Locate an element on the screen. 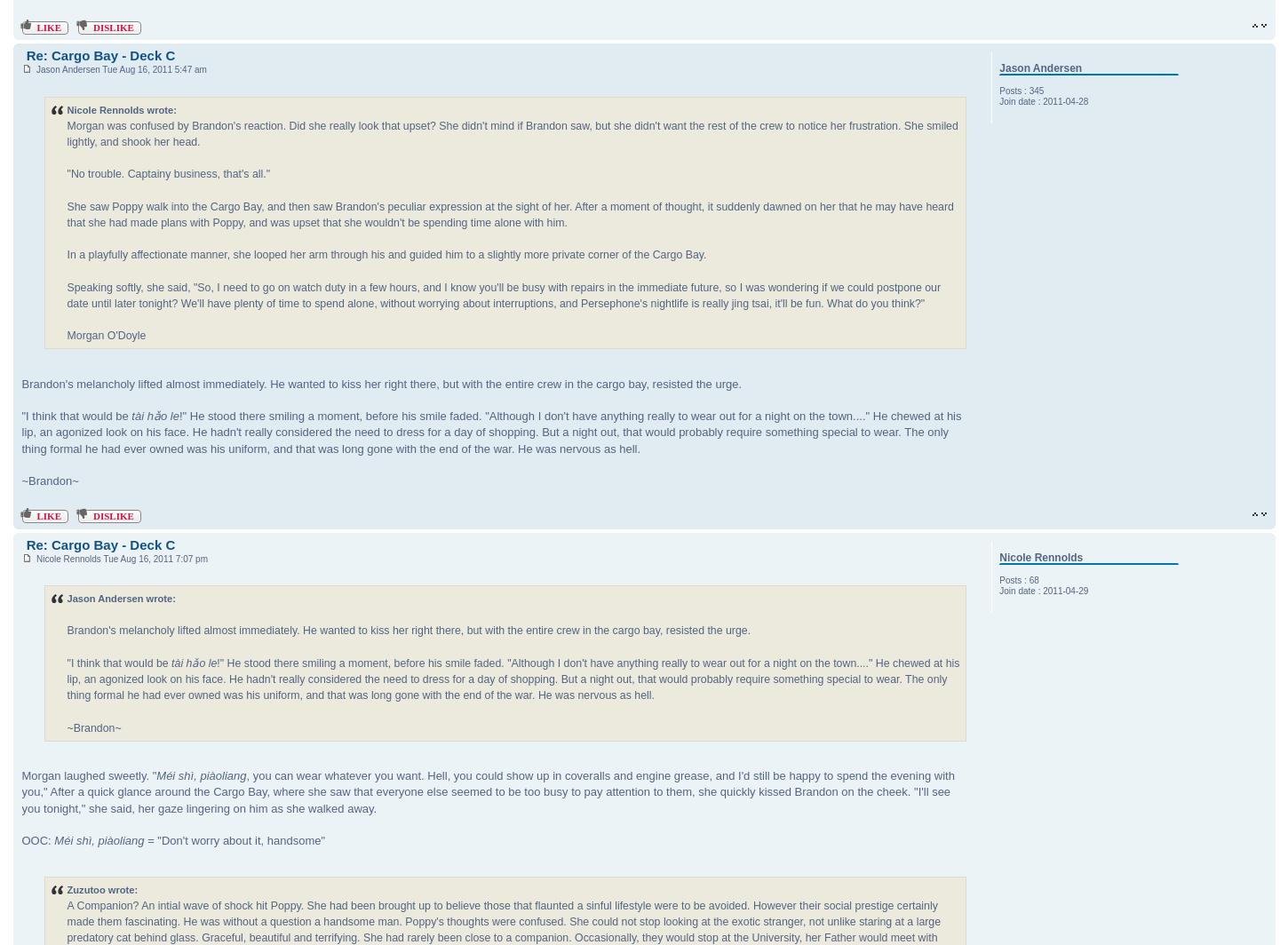  'Jason Andersen' is located at coordinates (1039, 68).